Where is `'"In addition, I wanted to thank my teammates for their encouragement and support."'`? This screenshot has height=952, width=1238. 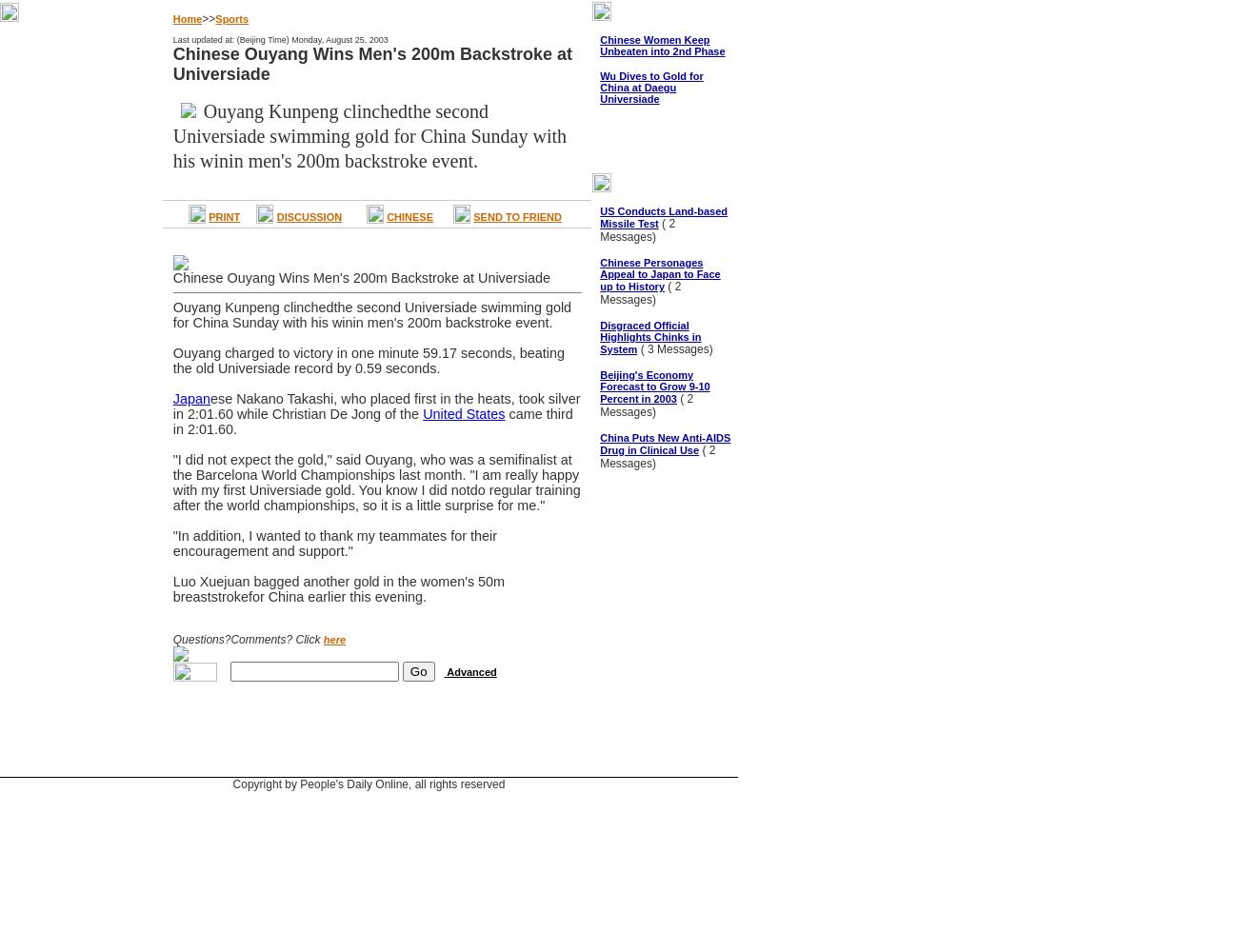 '"In addition, I wanted to thank my teammates for their encouragement and support."' is located at coordinates (333, 543).